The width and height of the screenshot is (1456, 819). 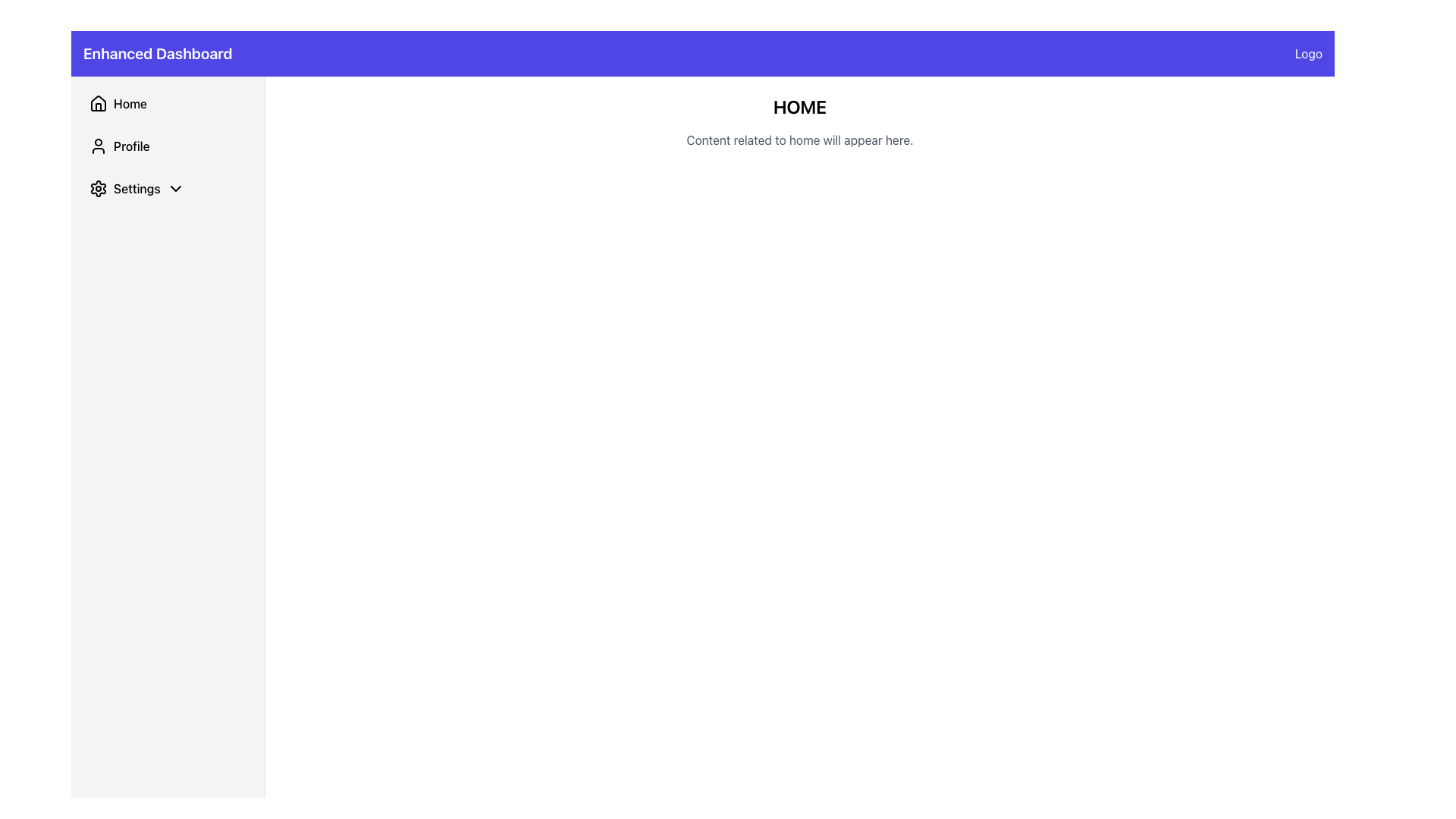 I want to click on the house icon located to the left of the 'Home' text, so click(x=97, y=103).